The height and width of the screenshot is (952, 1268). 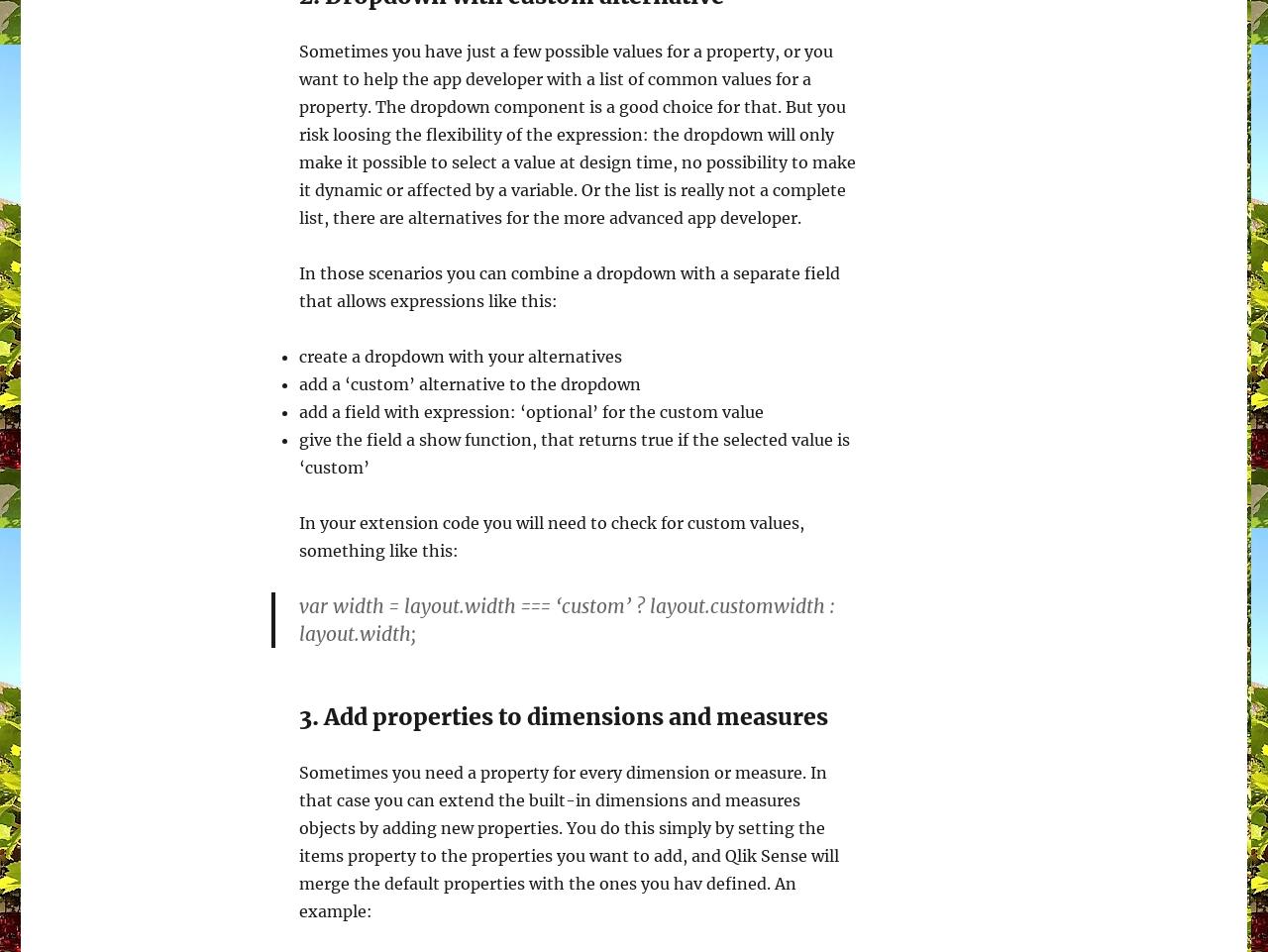 What do you see at coordinates (562, 716) in the screenshot?
I see `'3. Add properties to dimensions and measures'` at bounding box center [562, 716].